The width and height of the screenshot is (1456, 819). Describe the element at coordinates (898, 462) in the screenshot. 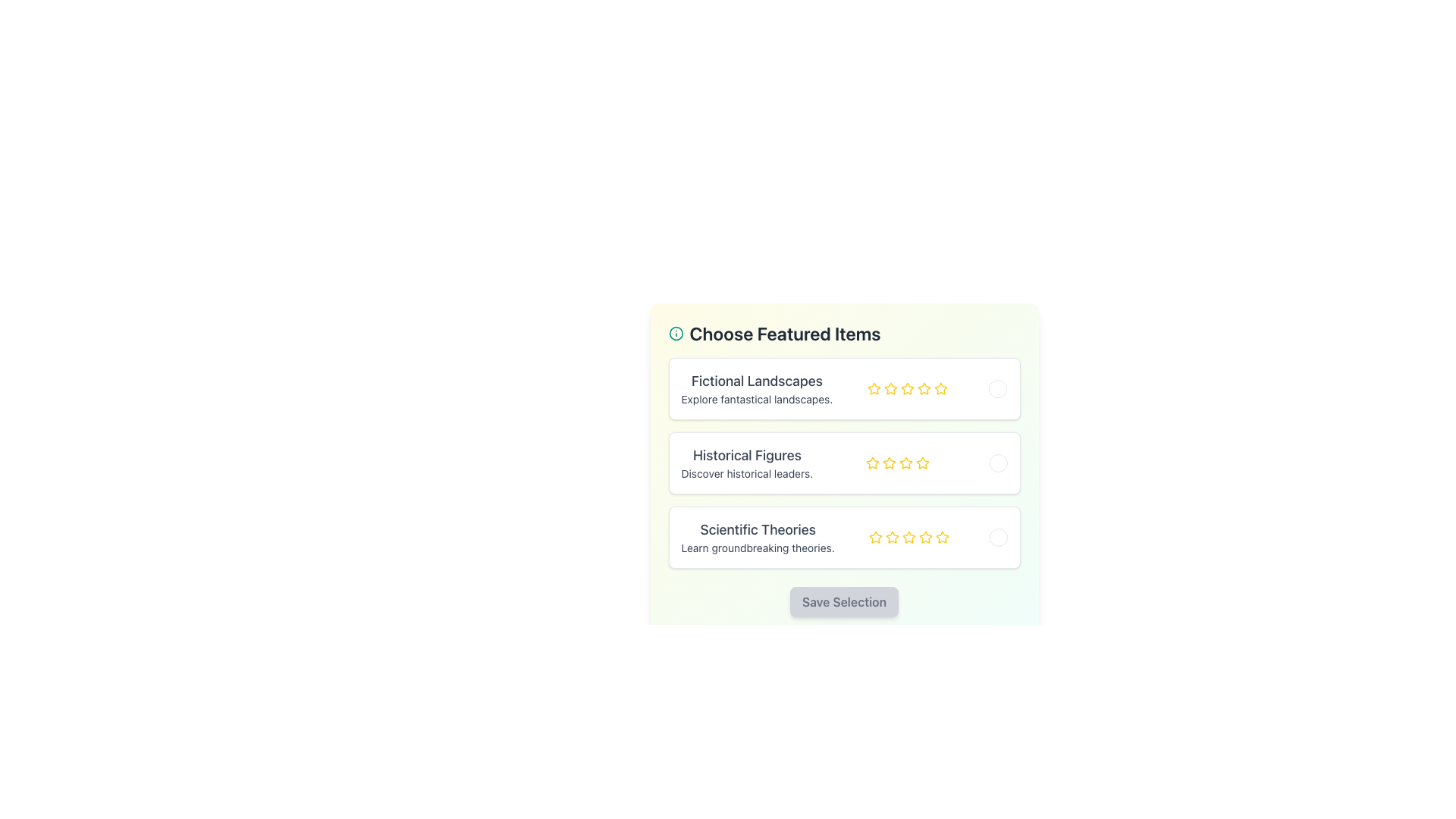

I see `one of the rating stars in the 'Historical Figures' section` at that location.